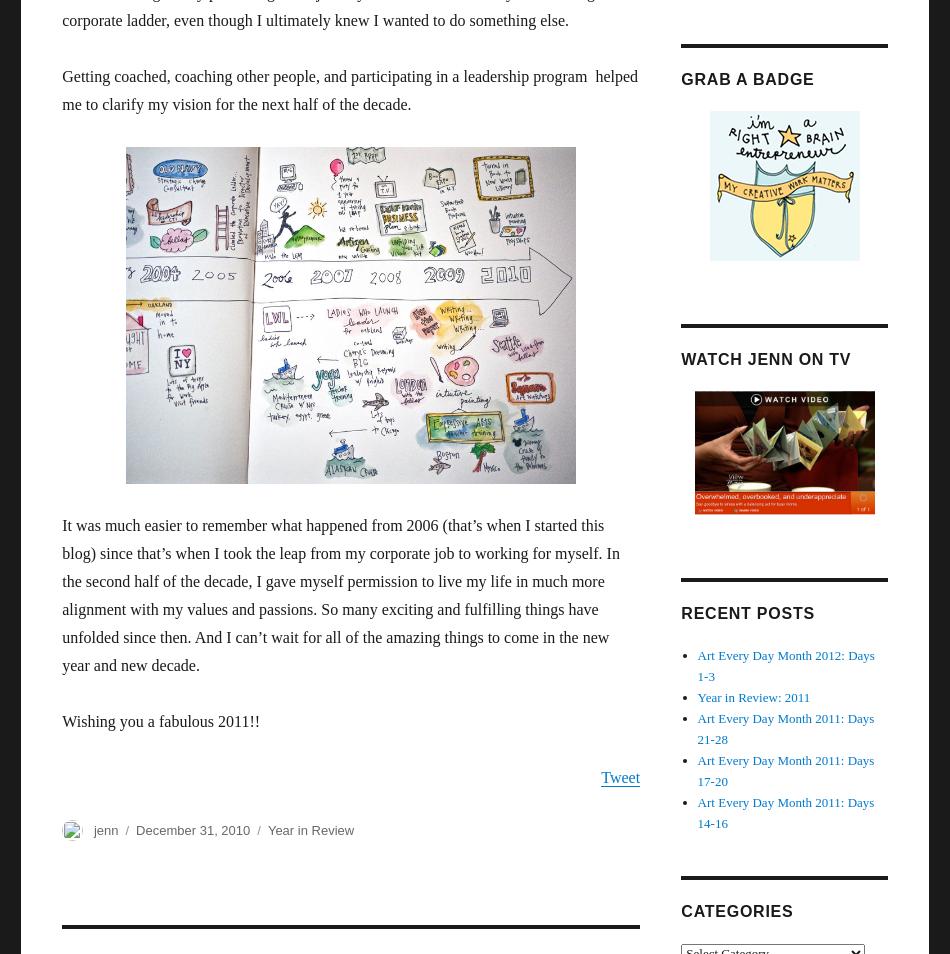 Image resolution: width=950 pixels, height=954 pixels. Describe the element at coordinates (620, 777) in the screenshot. I see `'Tweet'` at that location.